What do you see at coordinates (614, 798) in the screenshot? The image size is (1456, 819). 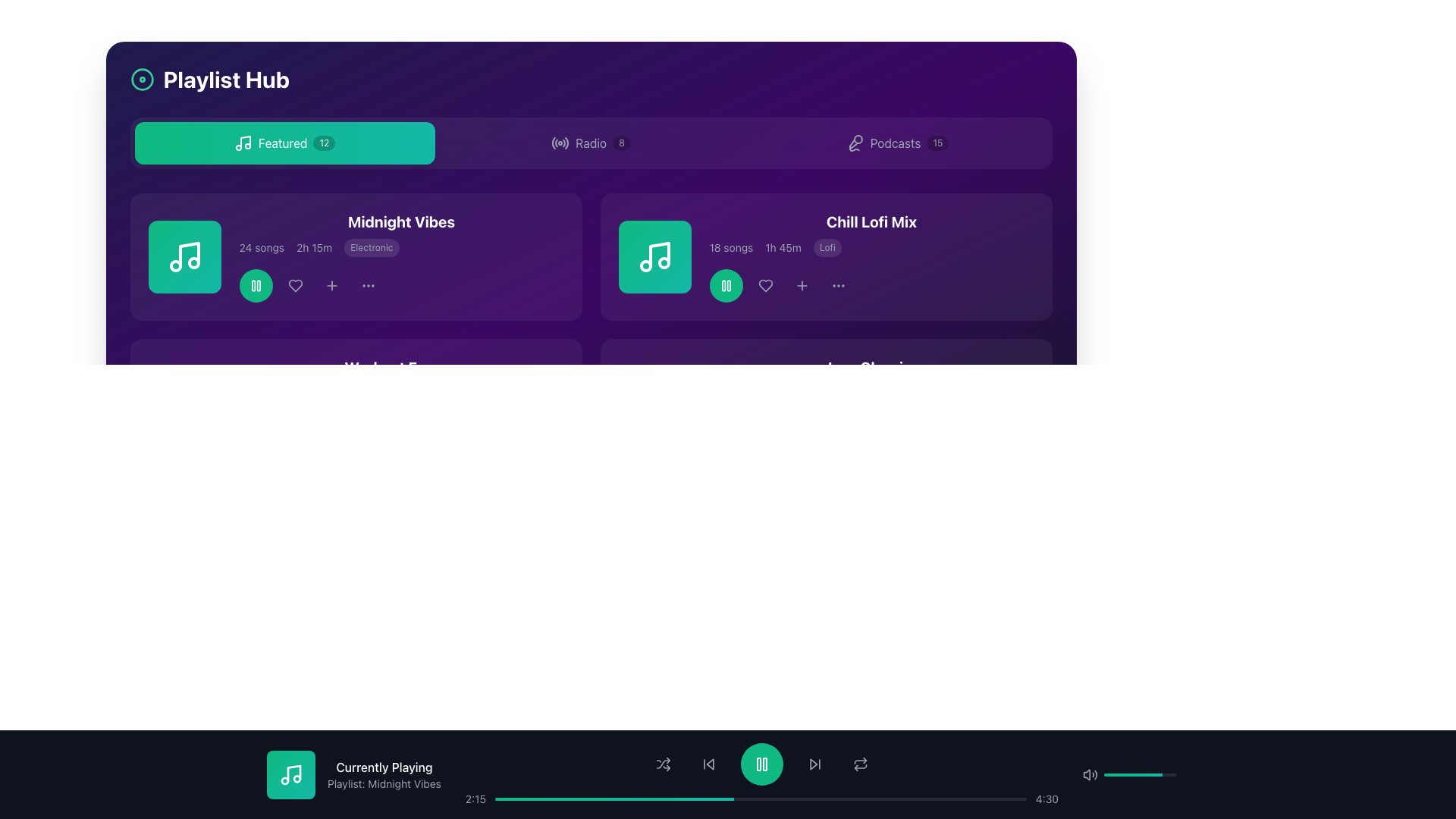 I see `the current progress on the progress bar indicating 45% completion, located at the bottom section of the interface` at bounding box center [614, 798].